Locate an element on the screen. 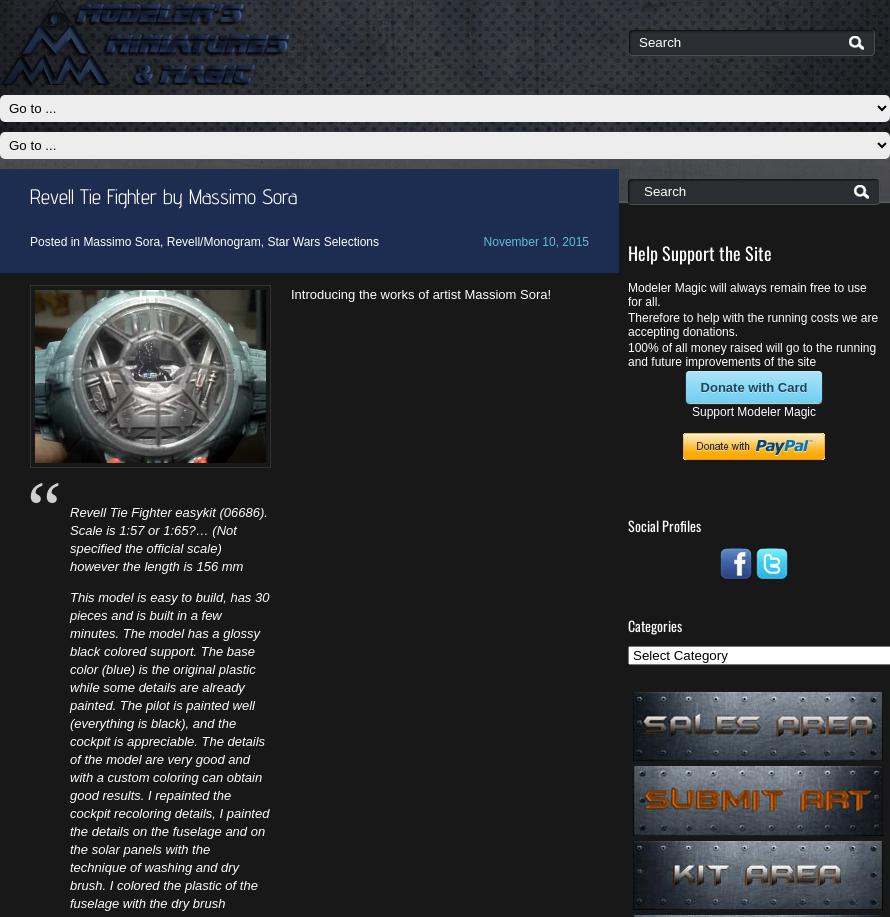  'Introducing the works of artist Massiom Sora!' is located at coordinates (419, 294).